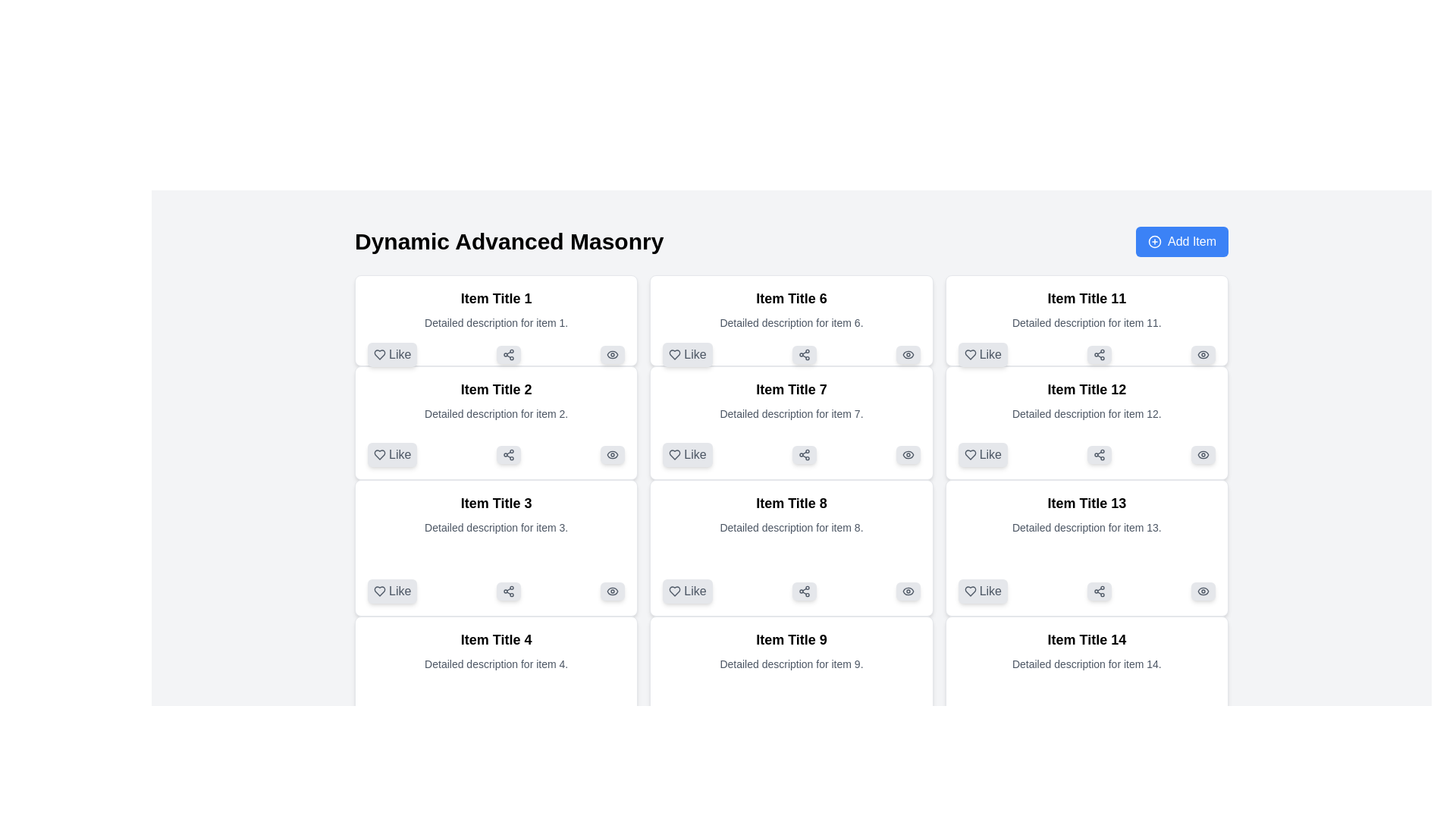 Image resolution: width=1456 pixels, height=819 pixels. Describe the element at coordinates (687, 590) in the screenshot. I see `the 'Like' button located in the bottom-left corner of 'Item Title 8'` at that location.